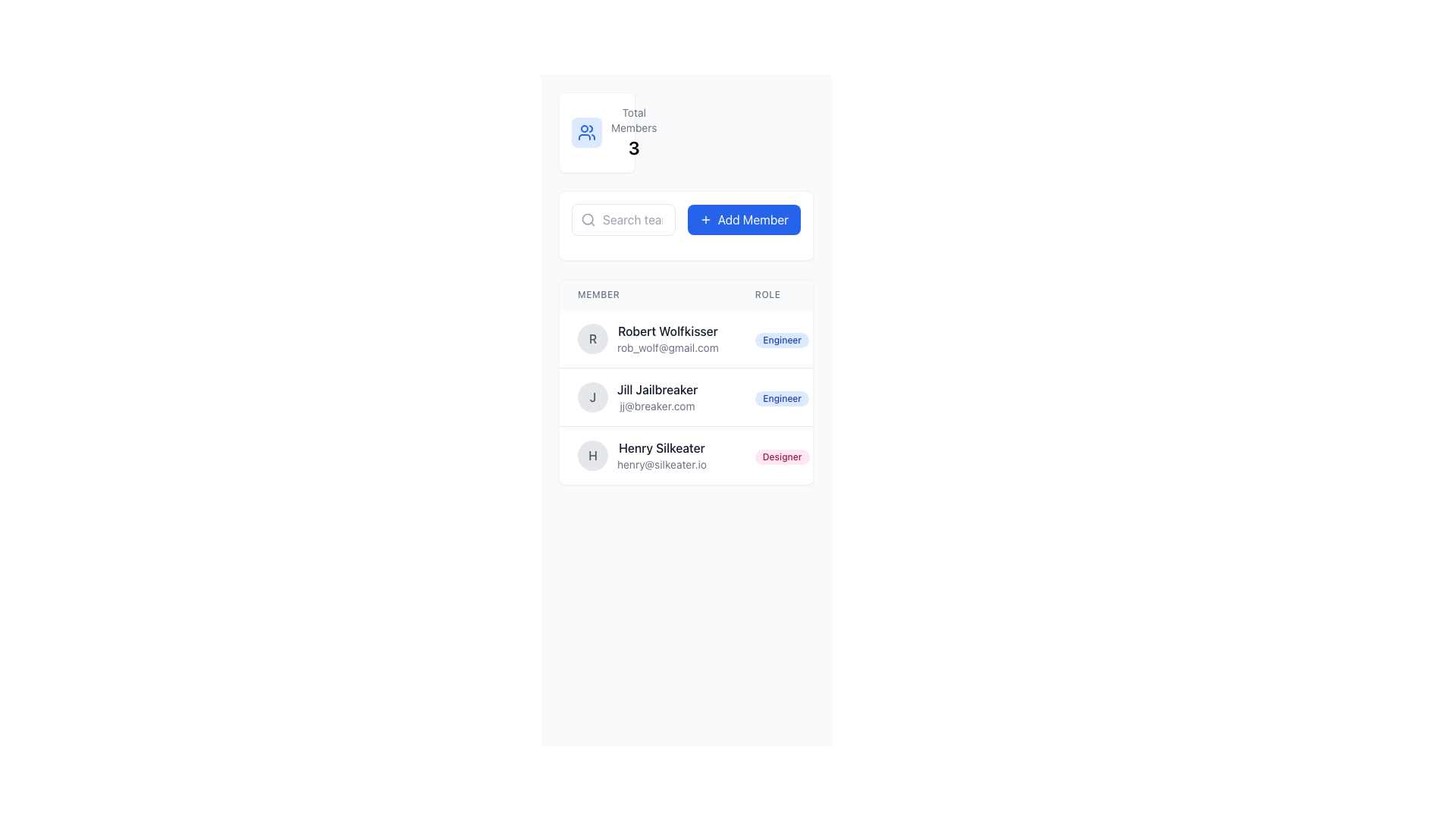 Image resolution: width=1456 pixels, height=819 pixels. What do you see at coordinates (596, 131) in the screenshot?
I see `blue icon resembling a stylized group of three people, located to the left of the 'Total Members' text and above the number '3'` at bounding box center [596, 131].